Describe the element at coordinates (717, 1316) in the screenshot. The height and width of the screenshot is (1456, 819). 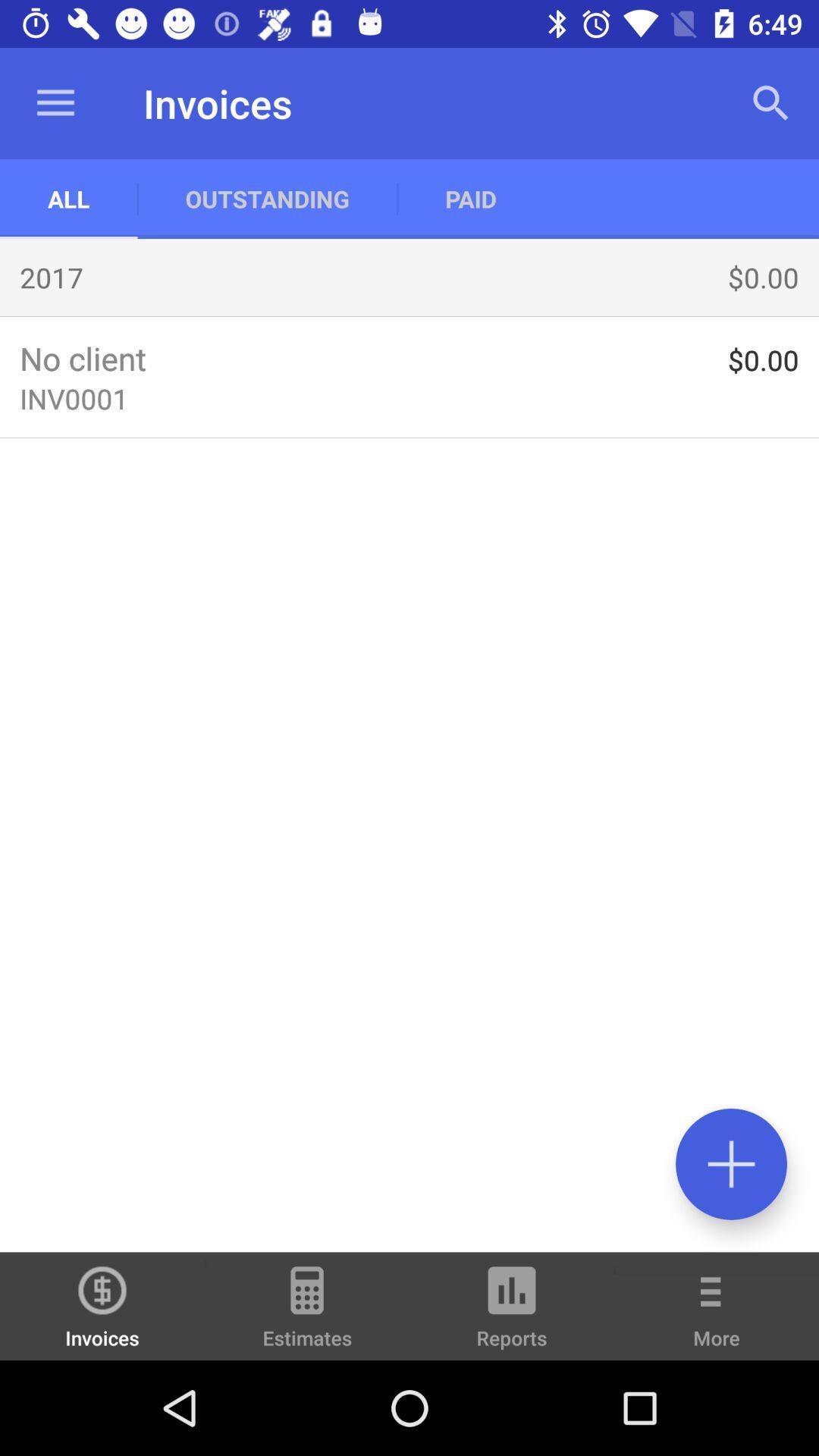
I see `more item` at that location.